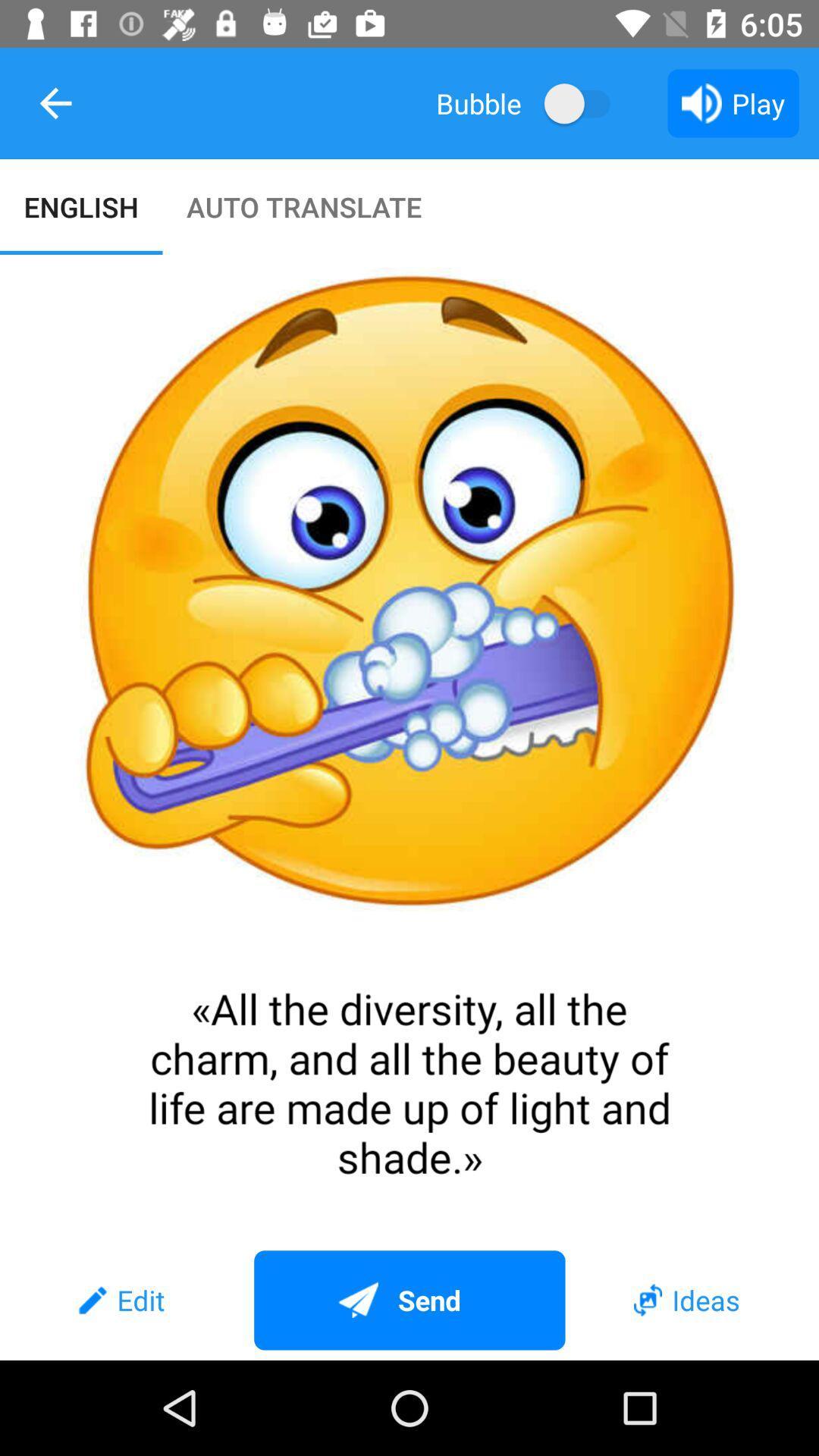 This screenshot has width=819, height=1456. What do you see at coordinates (584, 102) in the screenshot?
I see `the icon which is to the right from the bubble` at bounding box center [584, 102].